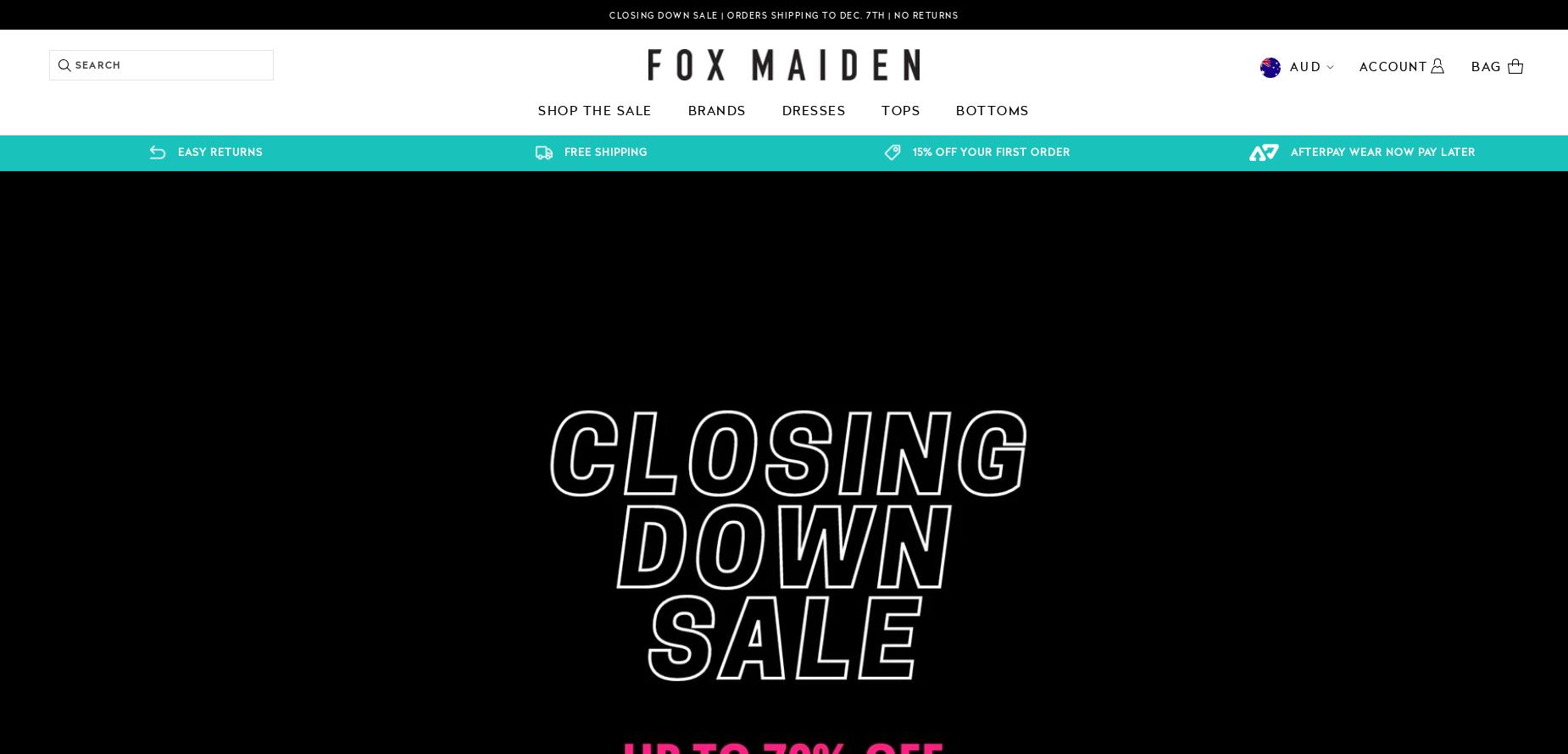 This screenshot has width=1568, height=754. I want to click on 'Pants', so click(212, 213).